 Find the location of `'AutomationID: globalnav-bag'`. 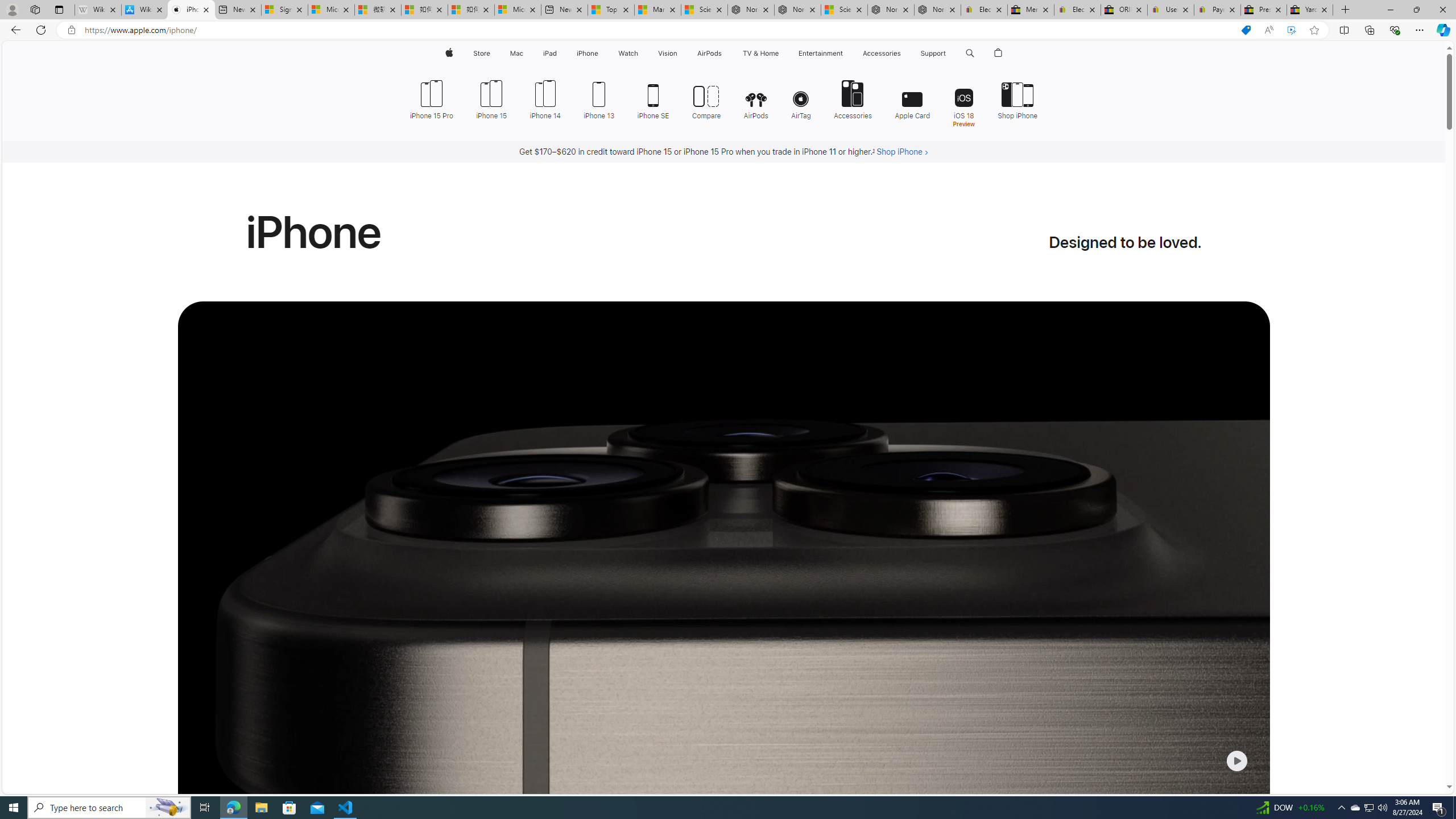

'AutomationID: globalnav-bag' is located at coordinates (999, 53).